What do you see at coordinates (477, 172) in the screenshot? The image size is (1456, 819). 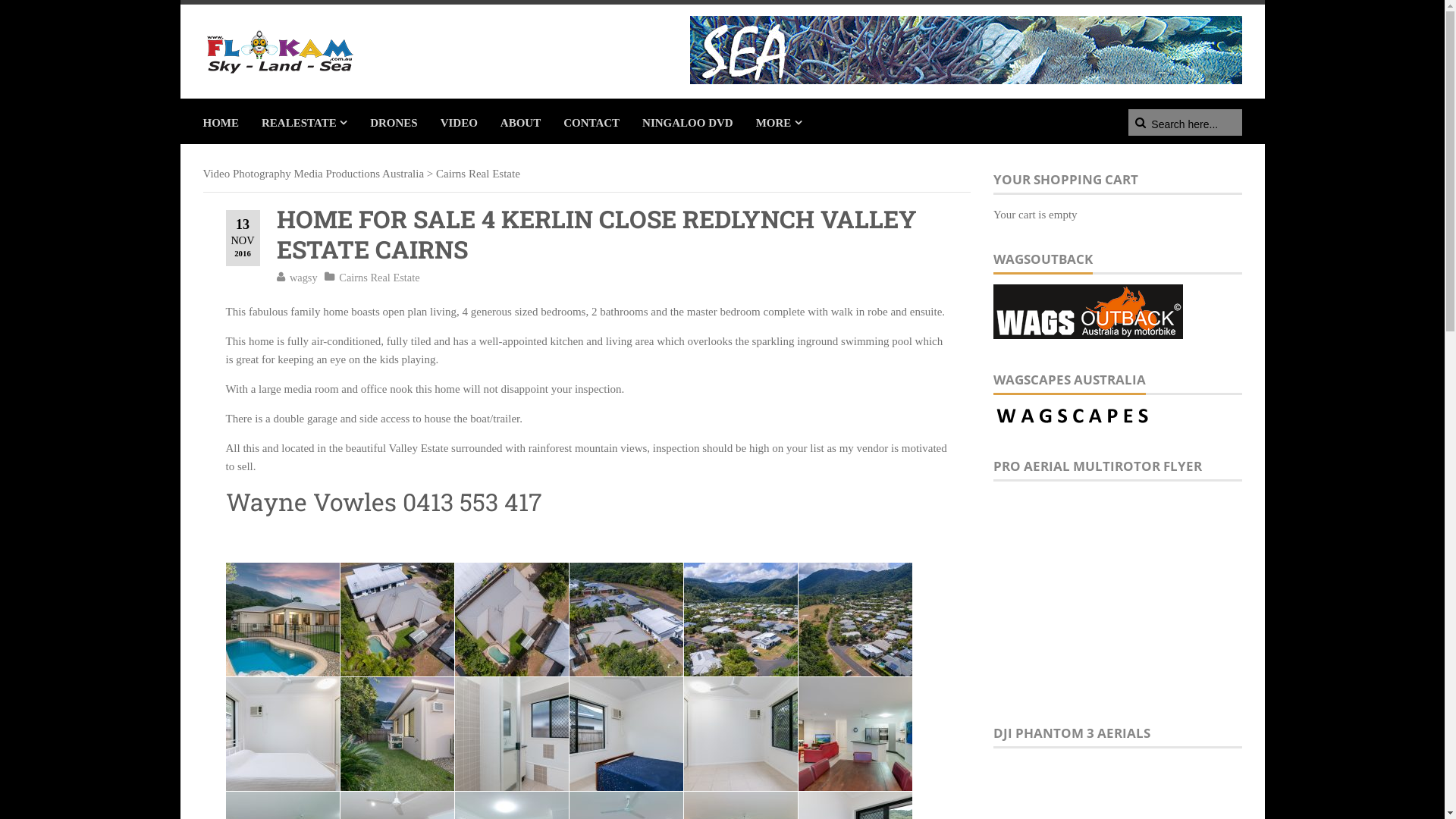 I see `'Cairns Real Estate'` at bounding box center [477, 172].